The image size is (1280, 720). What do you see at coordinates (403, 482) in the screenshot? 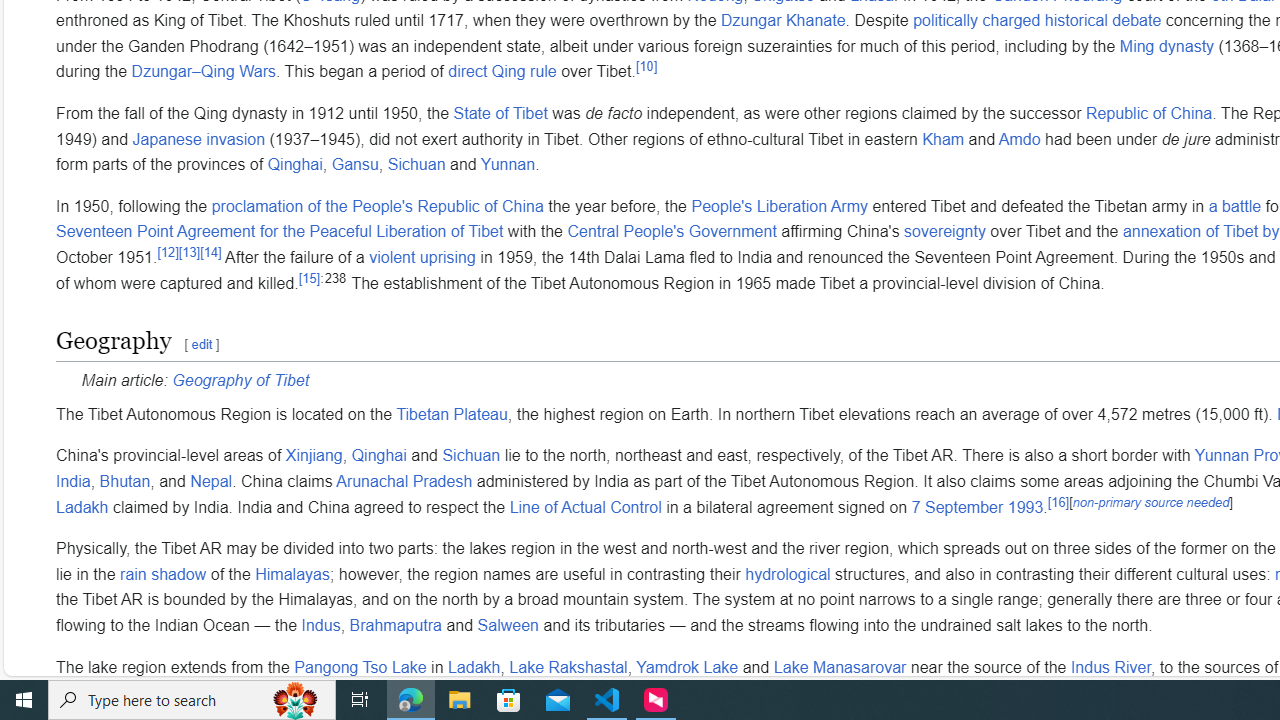
I see `'Arunachal Pradesh'` at bounding box center [403, 482].